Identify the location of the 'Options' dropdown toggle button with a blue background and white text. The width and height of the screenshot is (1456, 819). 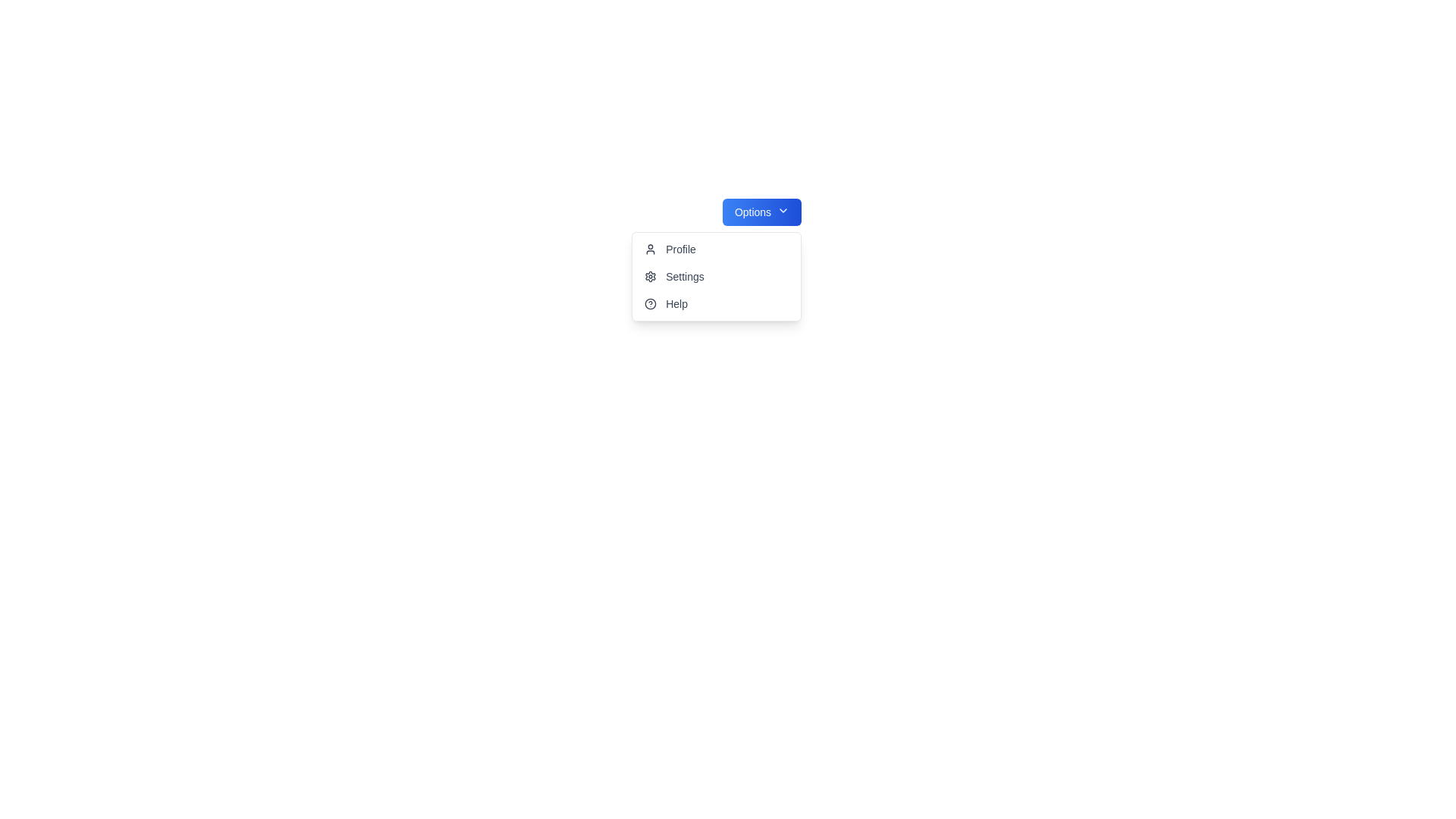
(761, 212).